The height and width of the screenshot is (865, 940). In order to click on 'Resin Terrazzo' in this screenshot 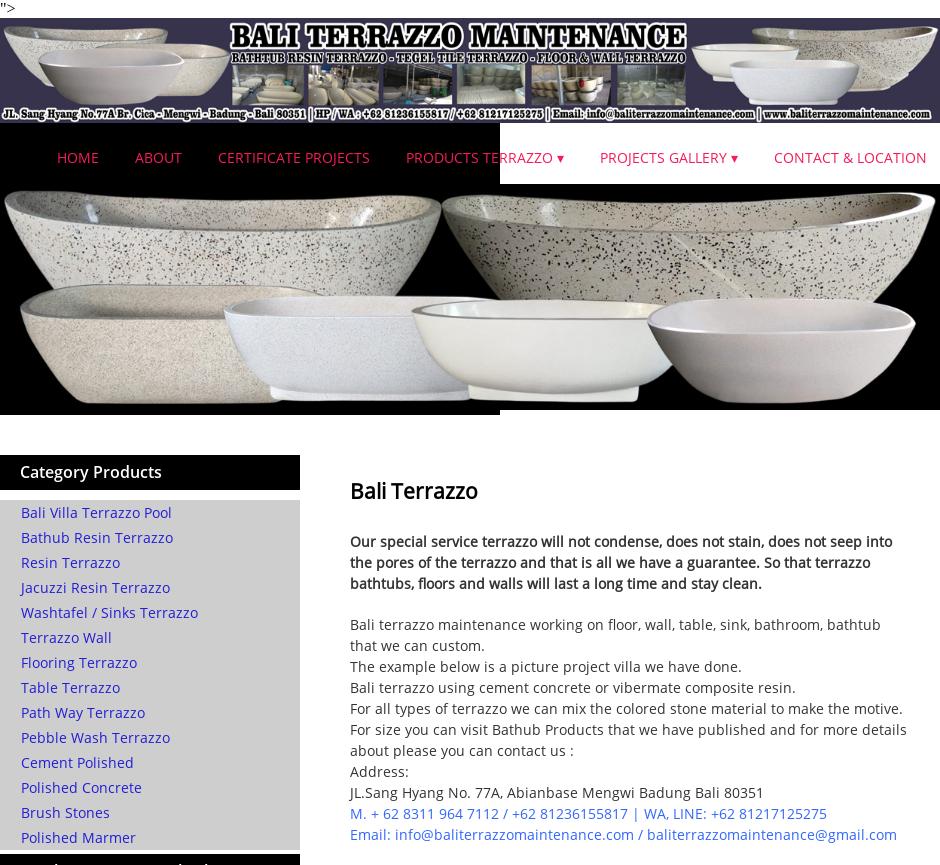, I will do `click(69, 561)`.